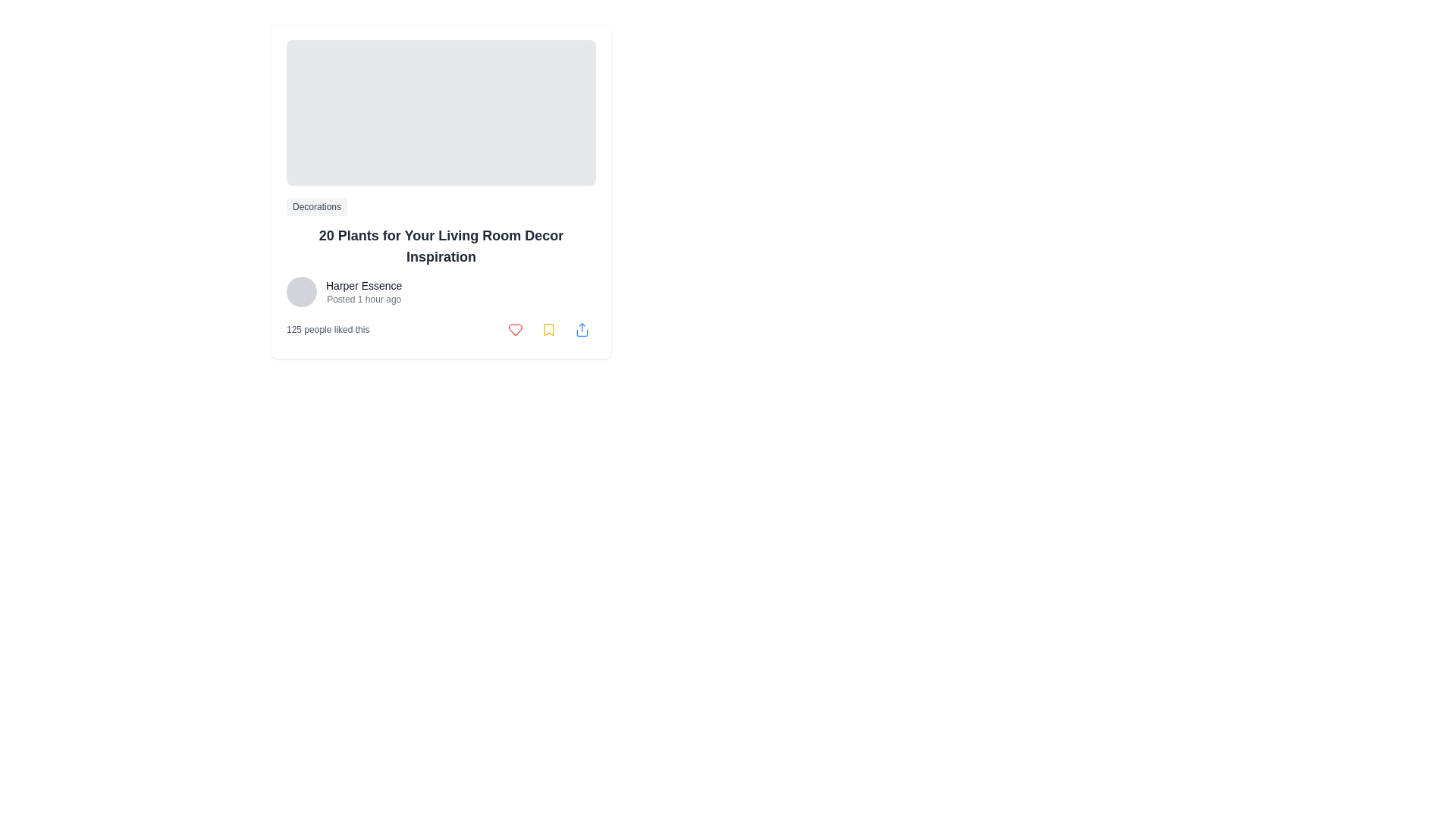 This screenshot has width=1456, height=819. Describe the element at coordinates (548, 329) in the screenshot. I see `the clickable bookmark icon button, which is the second circular button in the horizontal group below the main card's content` at that location.